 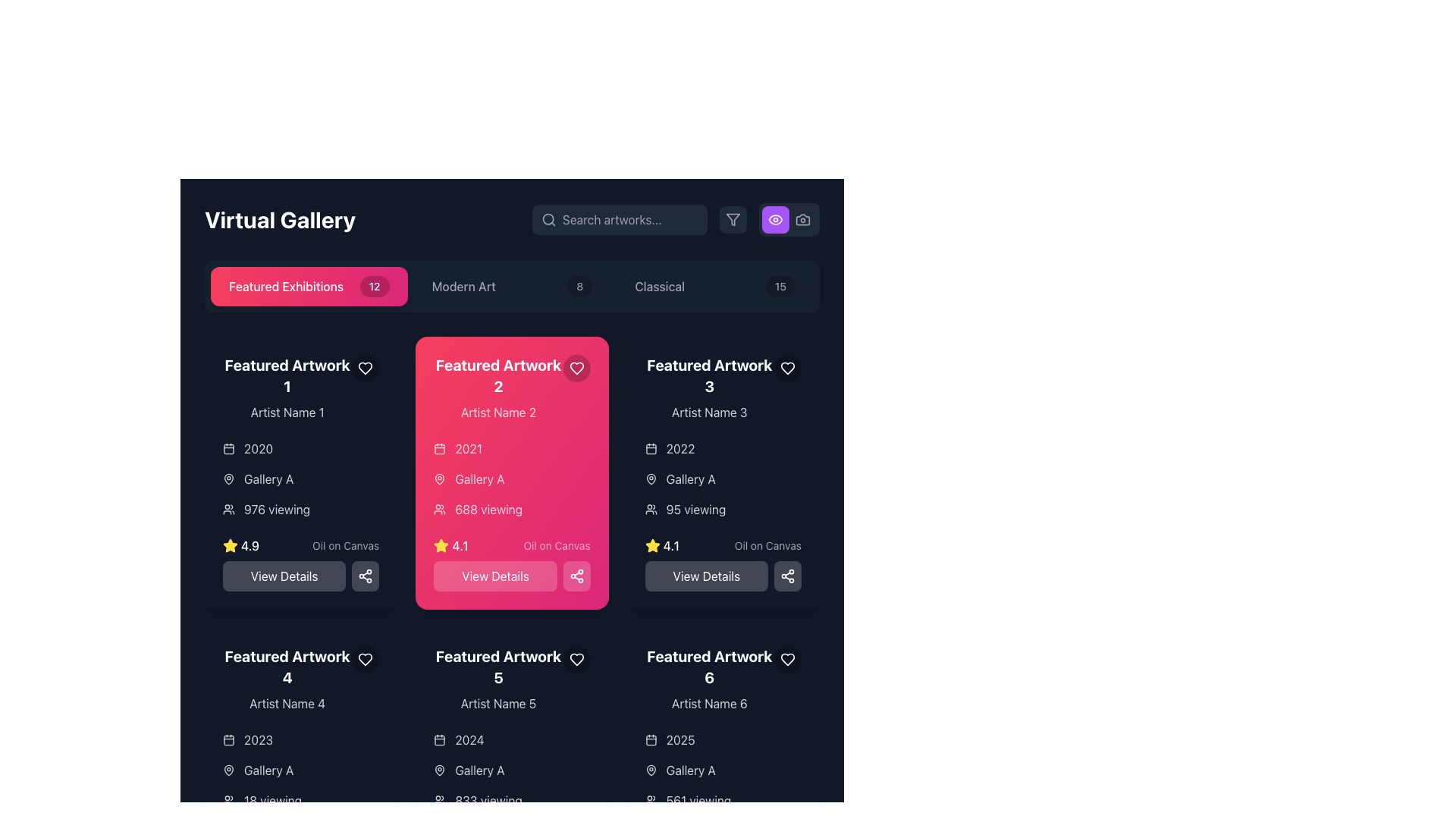 I want to click on the '833 viewing' text with the user icon on its left, so click(x=512, y=800).